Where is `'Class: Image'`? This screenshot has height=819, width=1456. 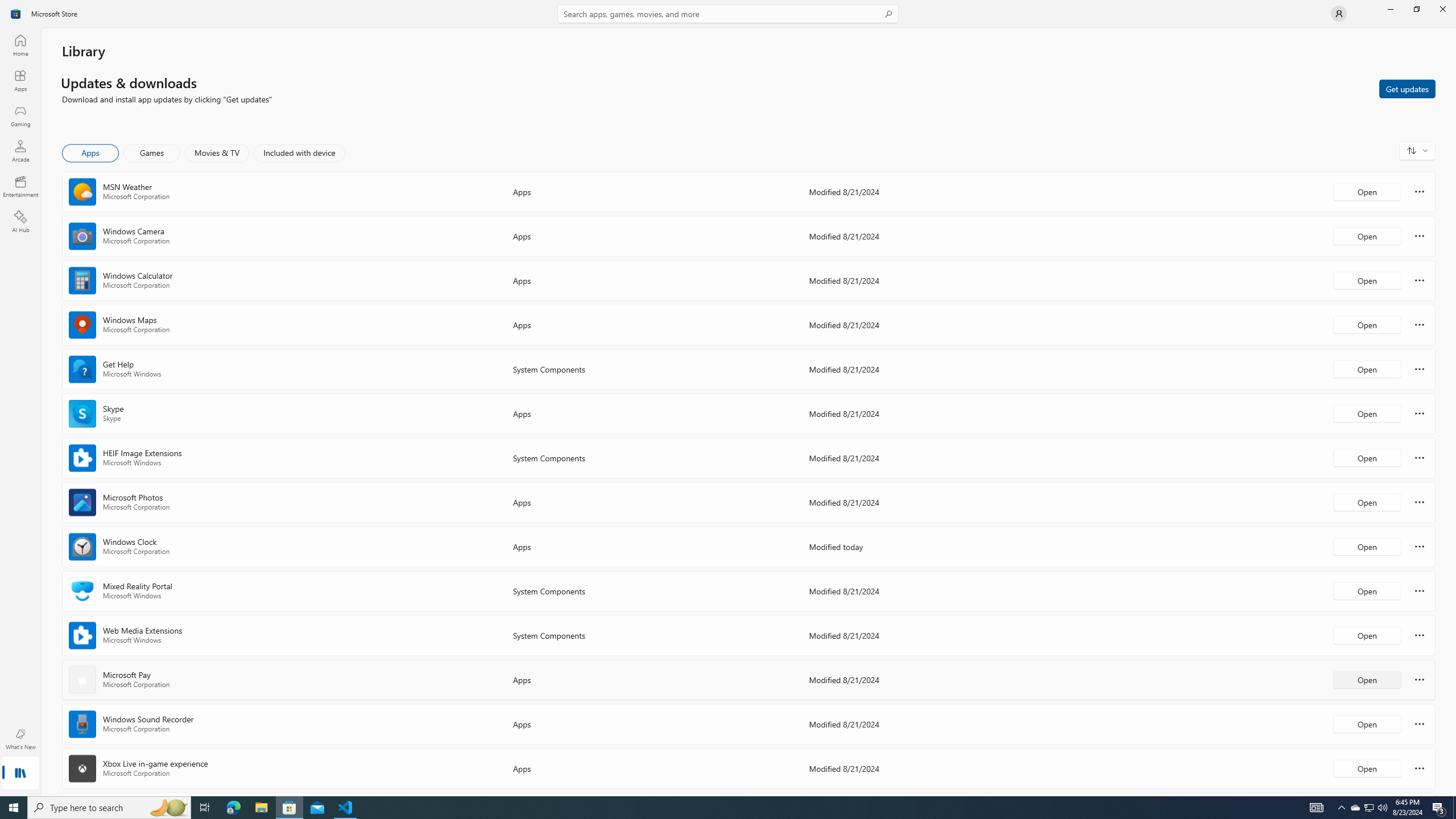
'Class: Image' is located at coordinates (16, 13).